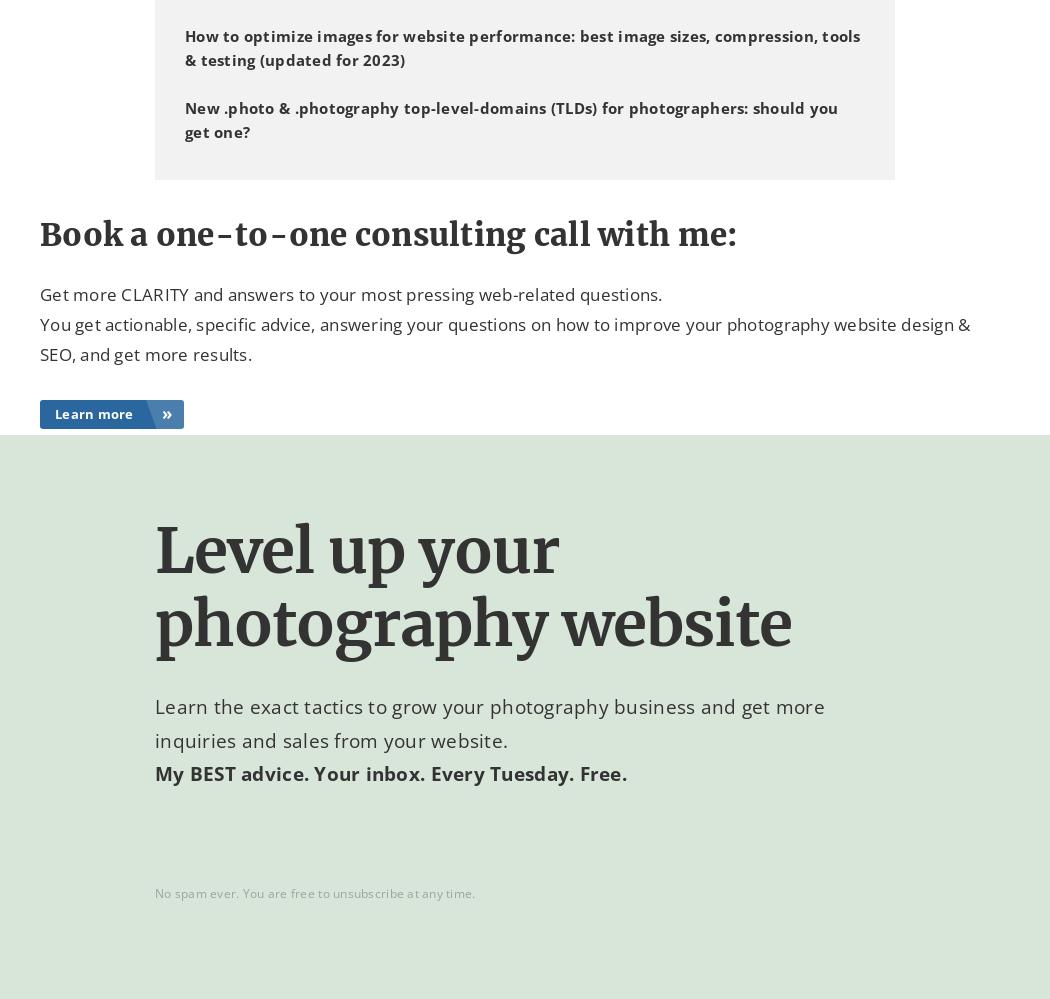  What do you see at coordinates (426, 706) in the screenshot?
I see `'Learn the exact tactics to grow your photography business'` at bounding box center [426, 706].